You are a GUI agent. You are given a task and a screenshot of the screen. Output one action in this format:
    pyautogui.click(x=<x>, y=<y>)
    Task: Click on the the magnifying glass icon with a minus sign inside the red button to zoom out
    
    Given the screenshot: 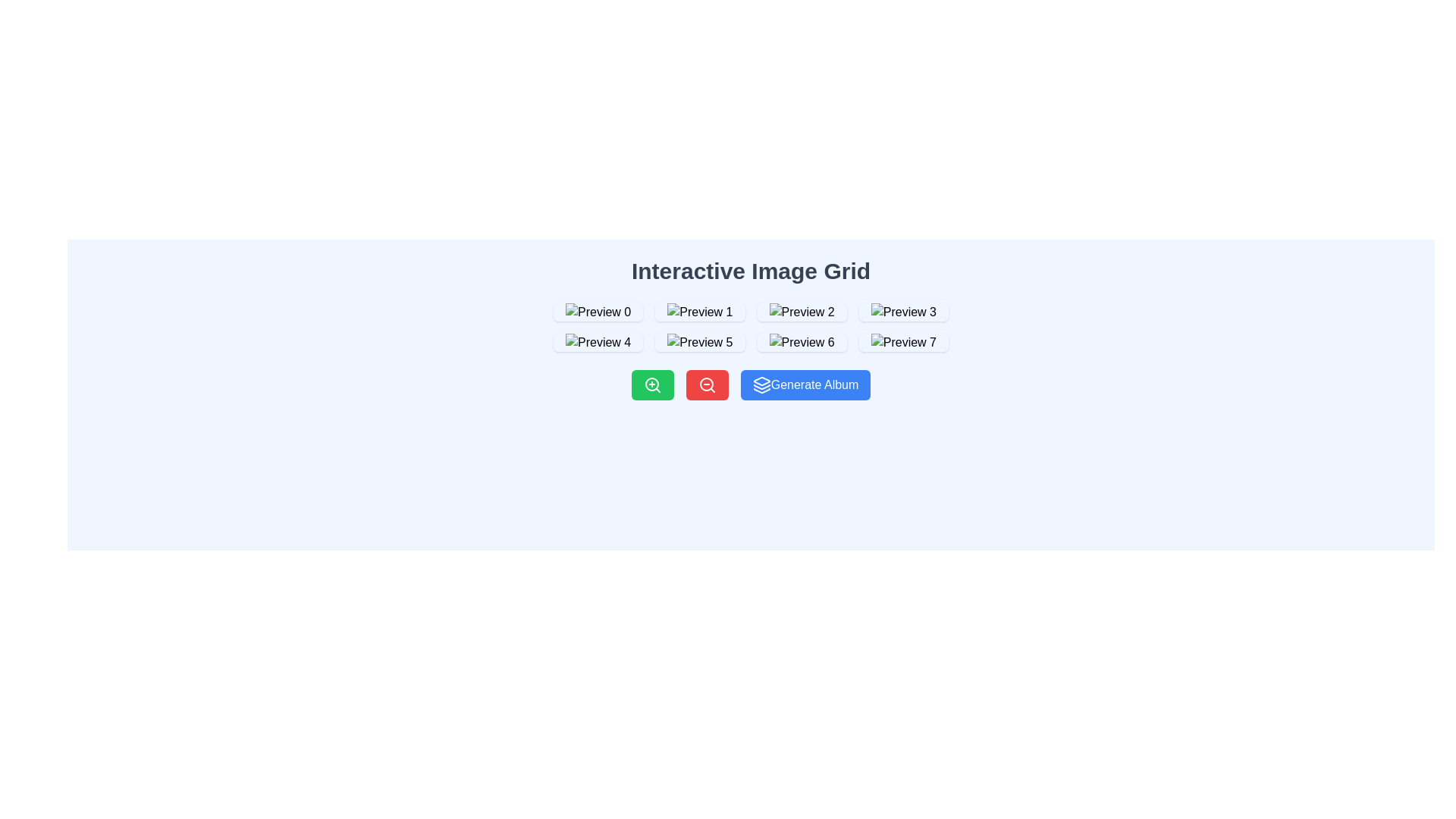 What is the action you would take?
    pyautogui.click(x=706, y=384)
    